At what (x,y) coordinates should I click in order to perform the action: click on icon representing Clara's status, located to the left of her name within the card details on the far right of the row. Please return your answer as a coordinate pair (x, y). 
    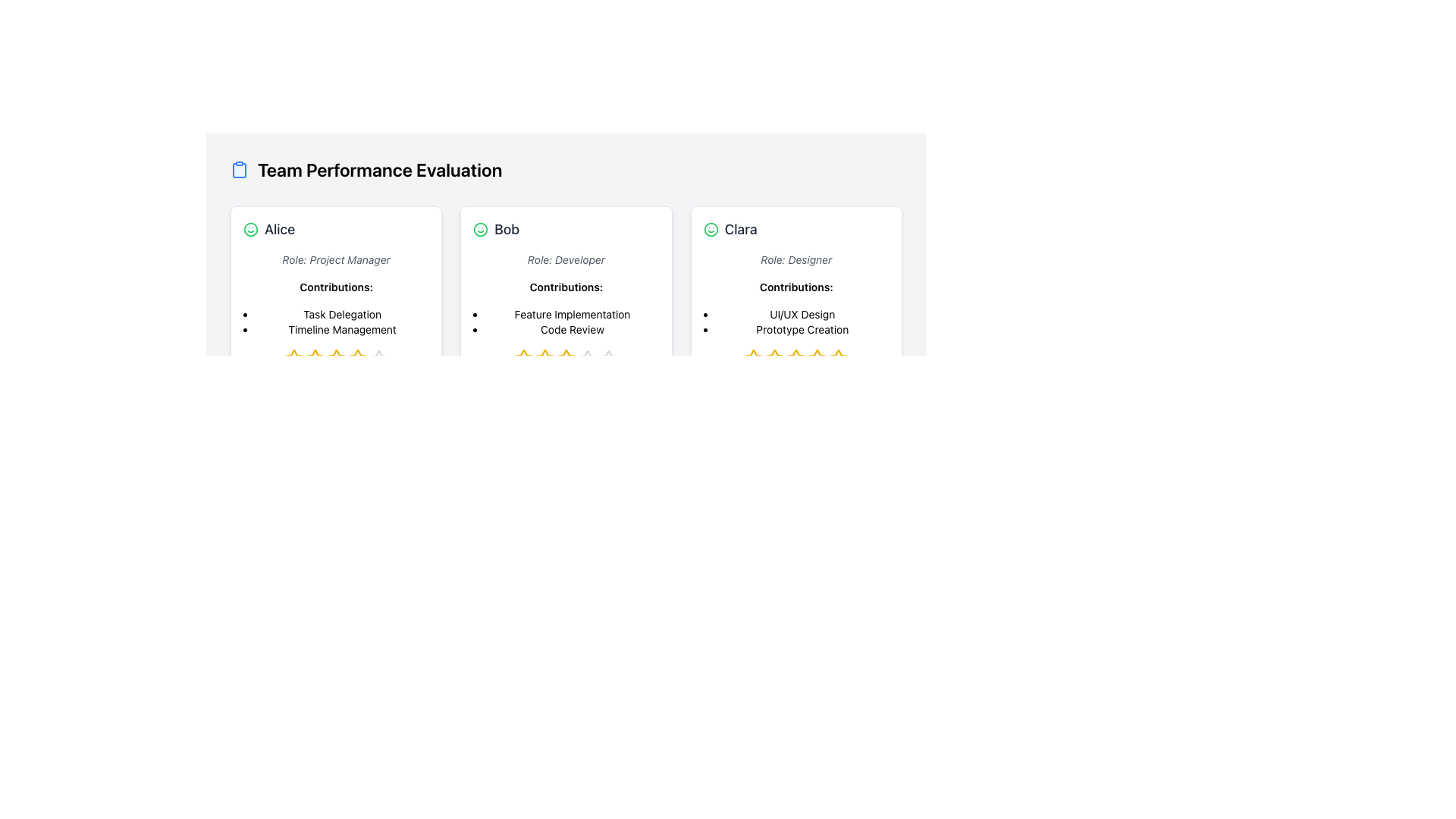
    Looking at the image, I should click on (710, 230).